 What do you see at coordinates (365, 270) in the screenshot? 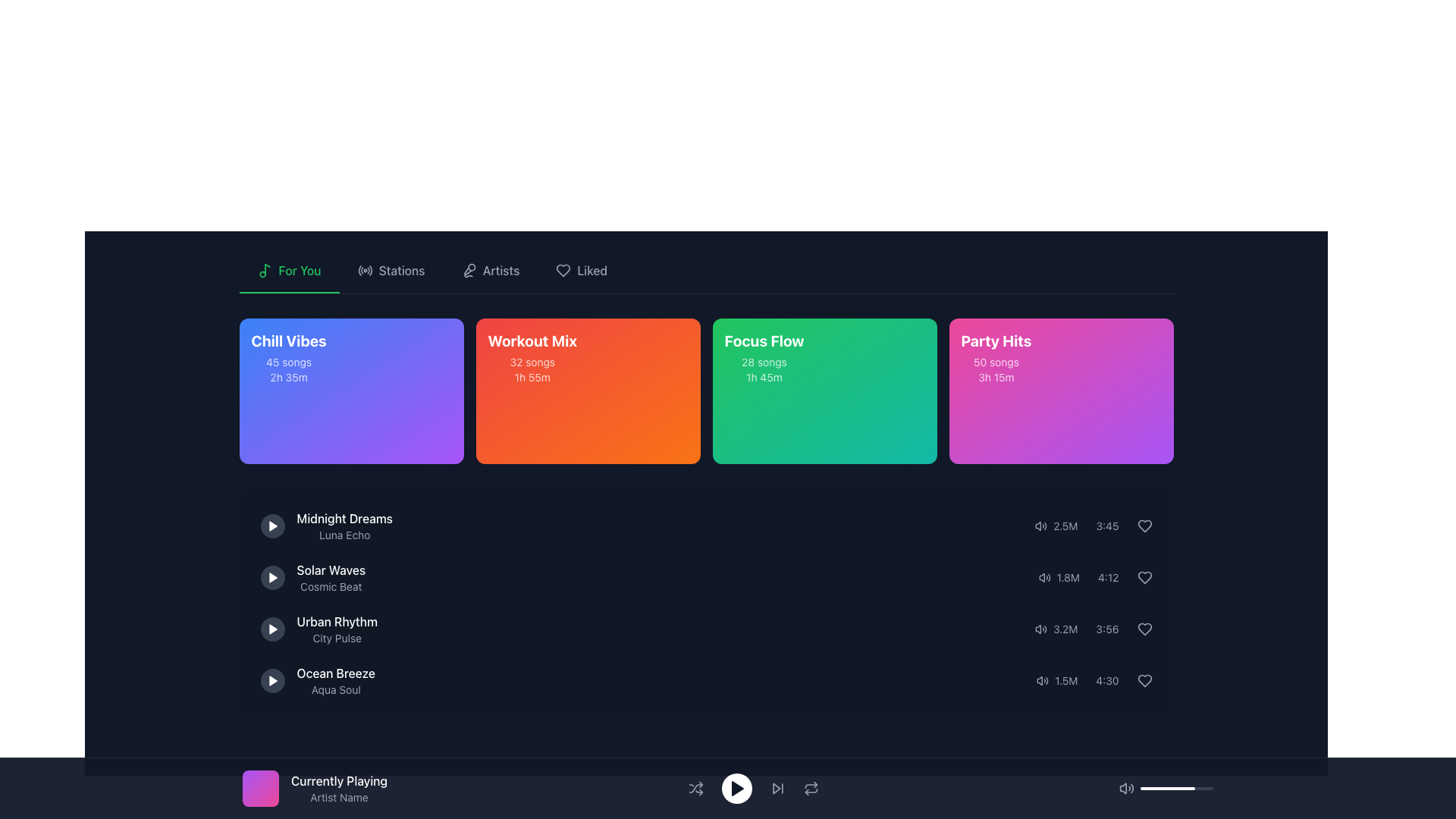
I see `the 'Stations' icon located on the navigation bar, which is positioned to the left of the 'Artists' label and to the right of the 'For You' label` at bounding box center [365, 270].